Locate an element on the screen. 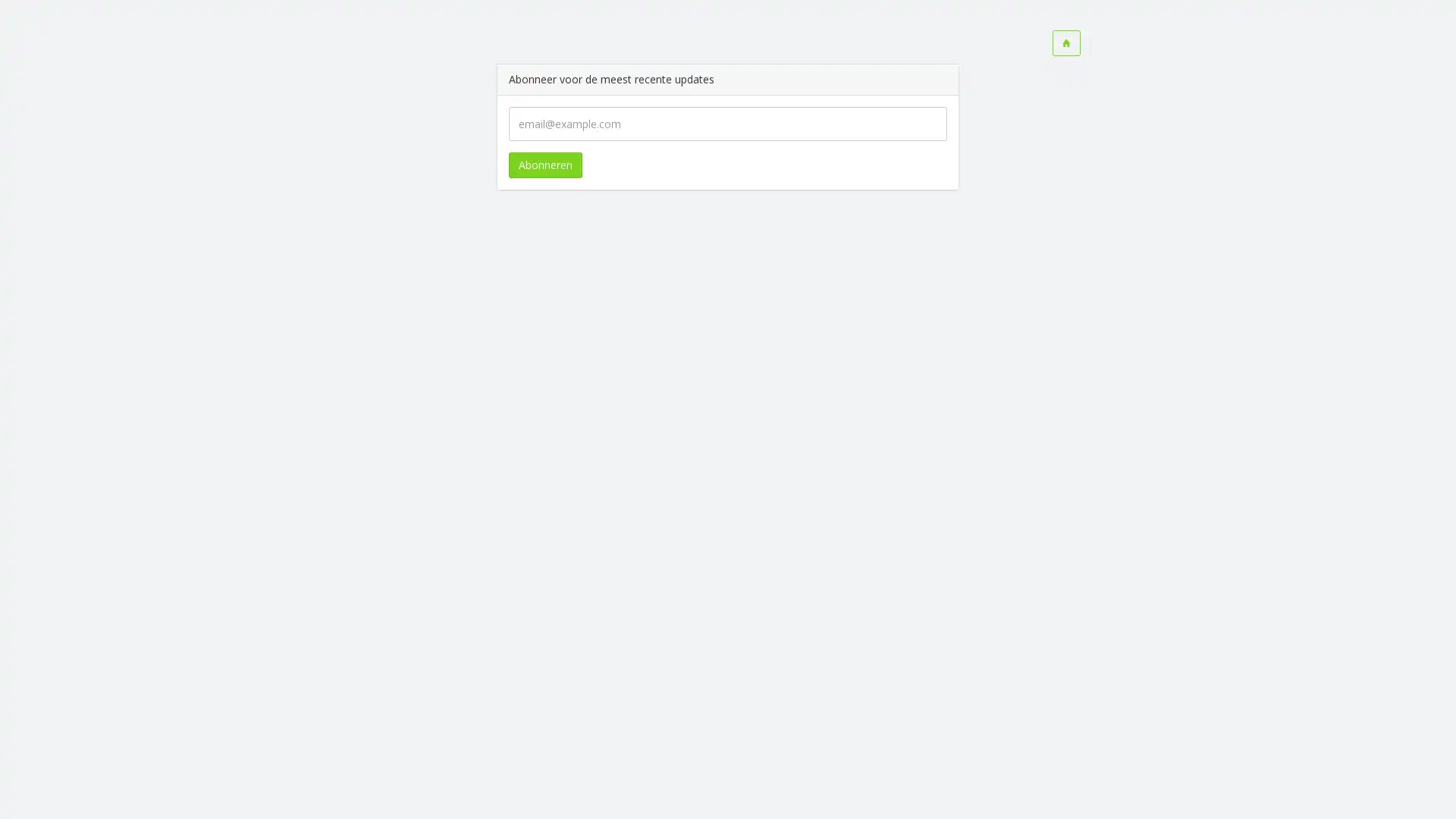 This screenshot has height=819, width=1456. Abonneren is located at coordinates (544, 165).